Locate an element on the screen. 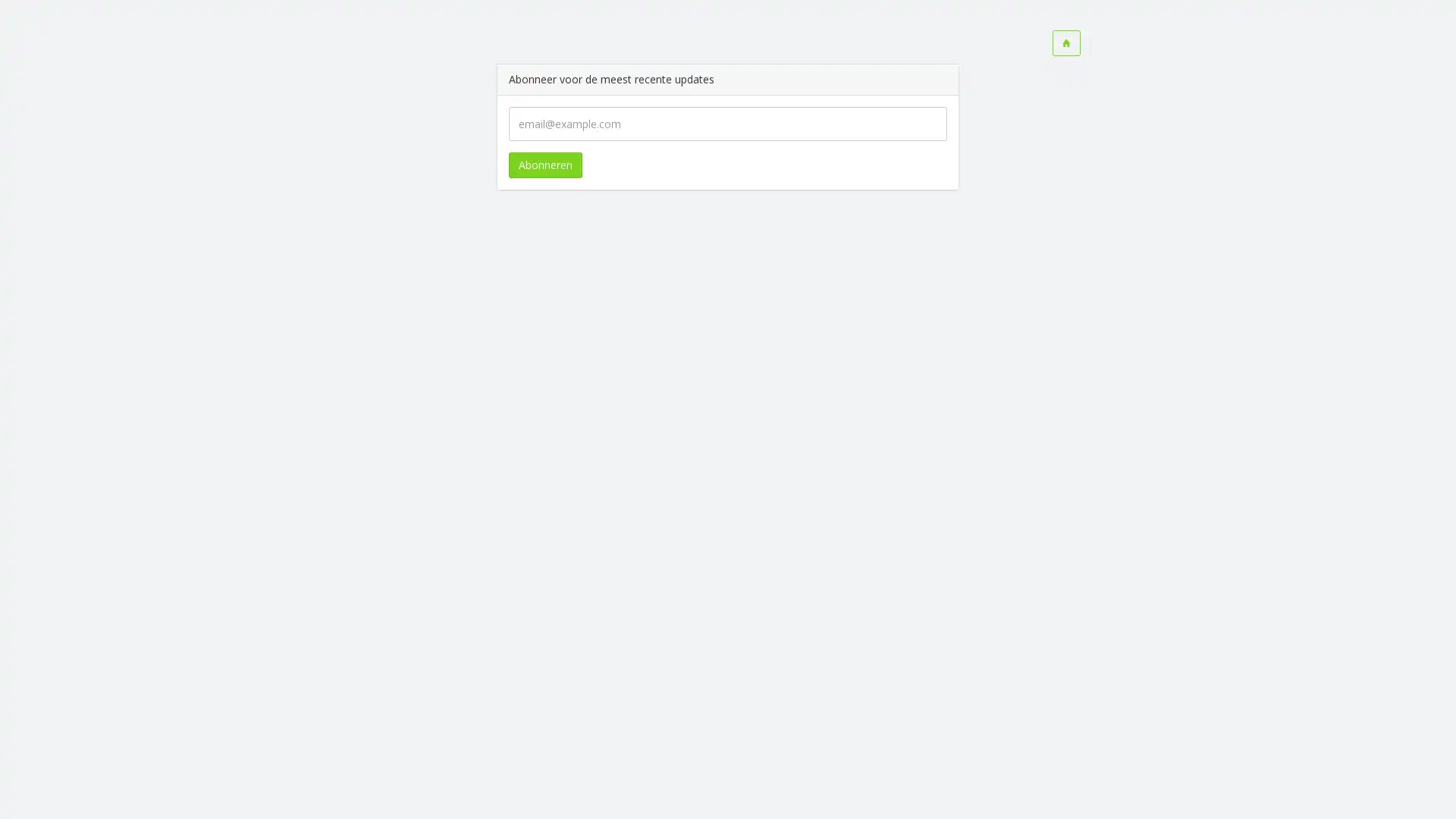 This screenshot has height=819, width=1456. Abonneren is located at coordinates (544, 165).